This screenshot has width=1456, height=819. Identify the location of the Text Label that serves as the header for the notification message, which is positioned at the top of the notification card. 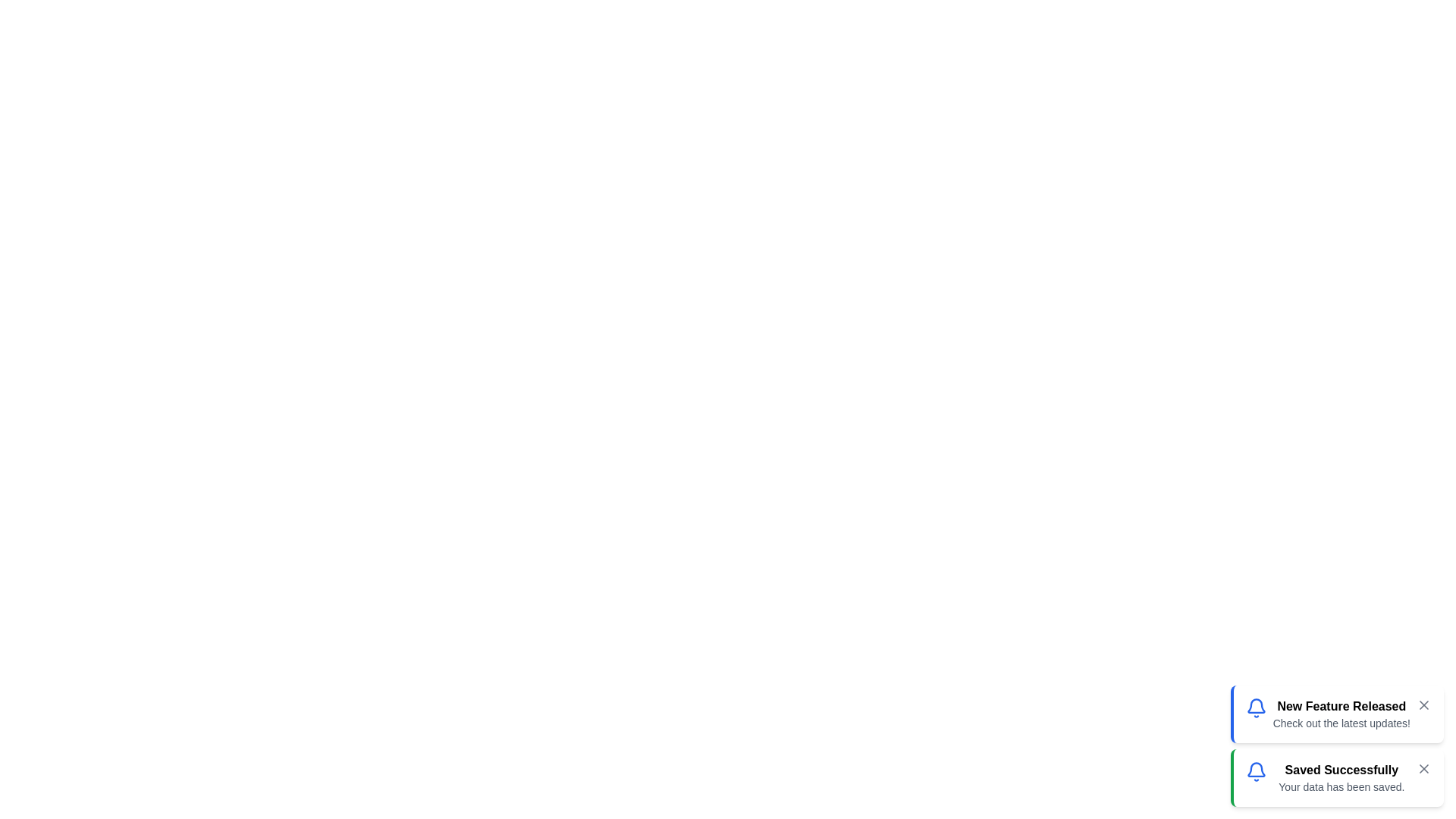
(1341, 707).